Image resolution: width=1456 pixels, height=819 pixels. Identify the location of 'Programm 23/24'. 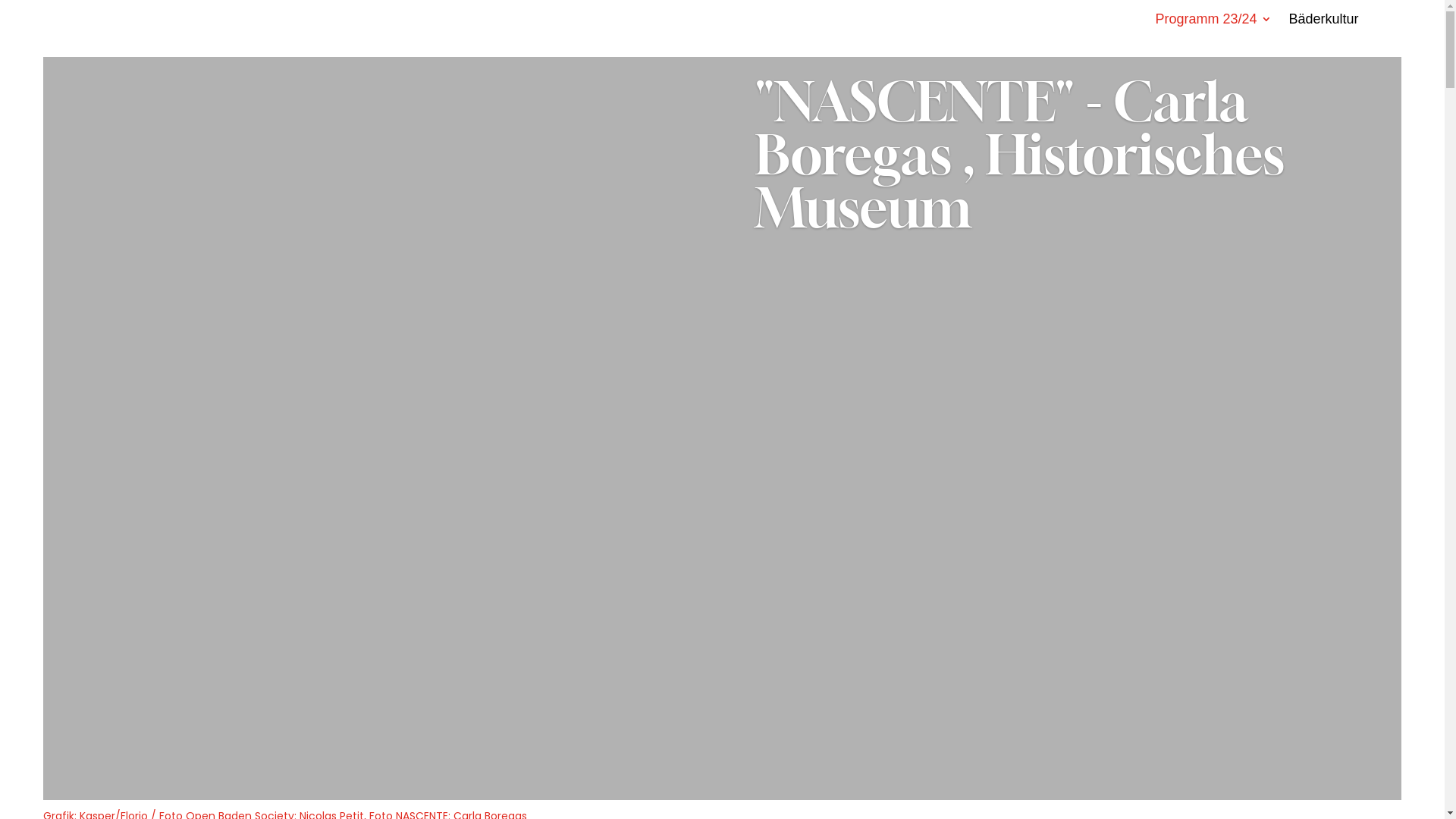
(1212, 22).